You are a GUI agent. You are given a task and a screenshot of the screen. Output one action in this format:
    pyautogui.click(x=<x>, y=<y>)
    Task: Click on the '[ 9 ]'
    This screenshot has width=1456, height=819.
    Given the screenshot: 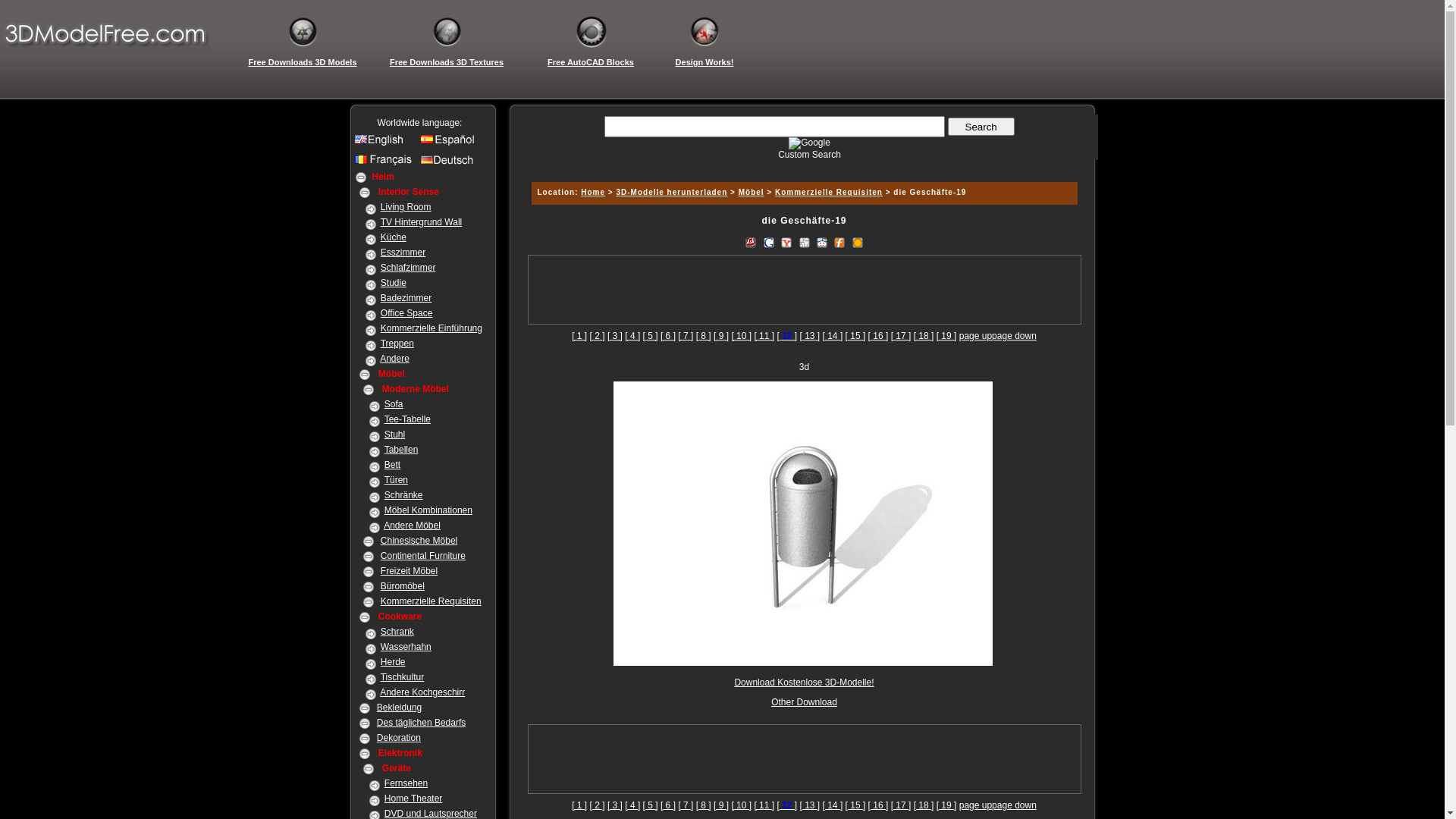 What is the action you would take?
    pyautogui.click(x=720, y=335)
    